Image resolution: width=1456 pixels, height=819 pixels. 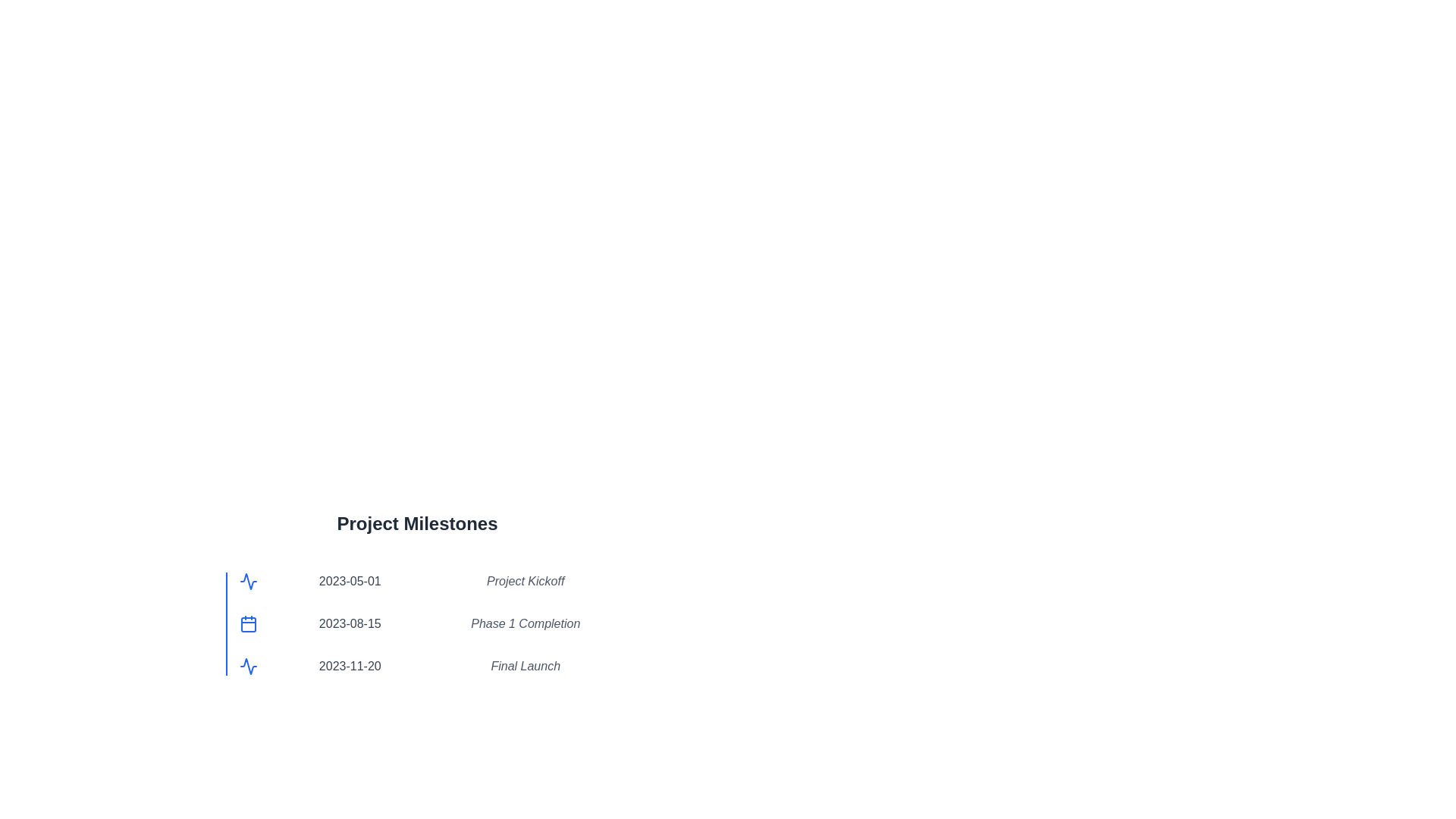 What do you see at coordinates (248, 625) in the screenshot?
I see `the decorative SVG rectangle inside the calendar icon, which is part of the second event in the vertical sequence of milestones on the timeline graphic` at bounding box center [248, 625].